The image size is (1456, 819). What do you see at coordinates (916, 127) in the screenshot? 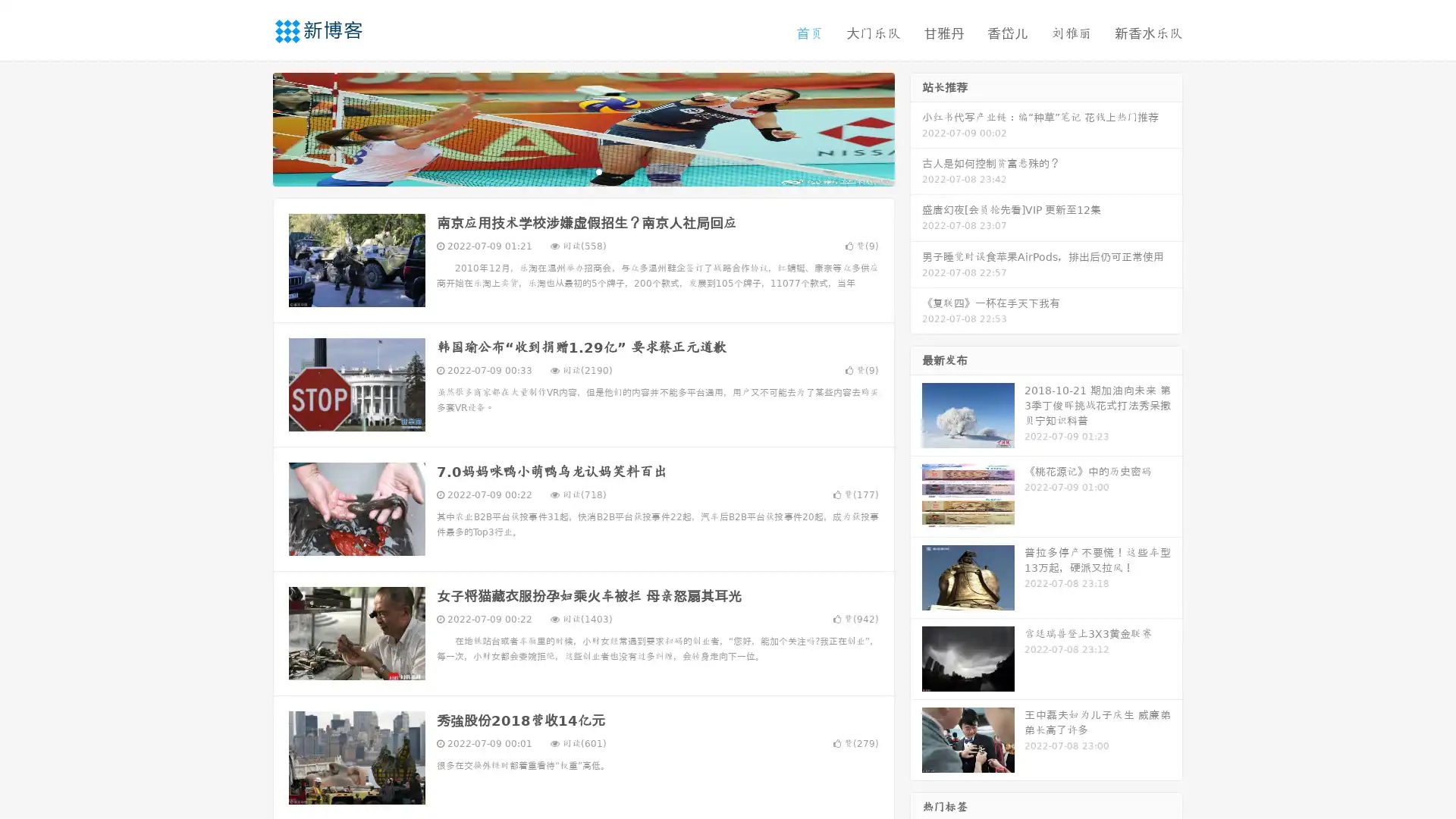
I see `Next slide` at bounding box center [916, 127].